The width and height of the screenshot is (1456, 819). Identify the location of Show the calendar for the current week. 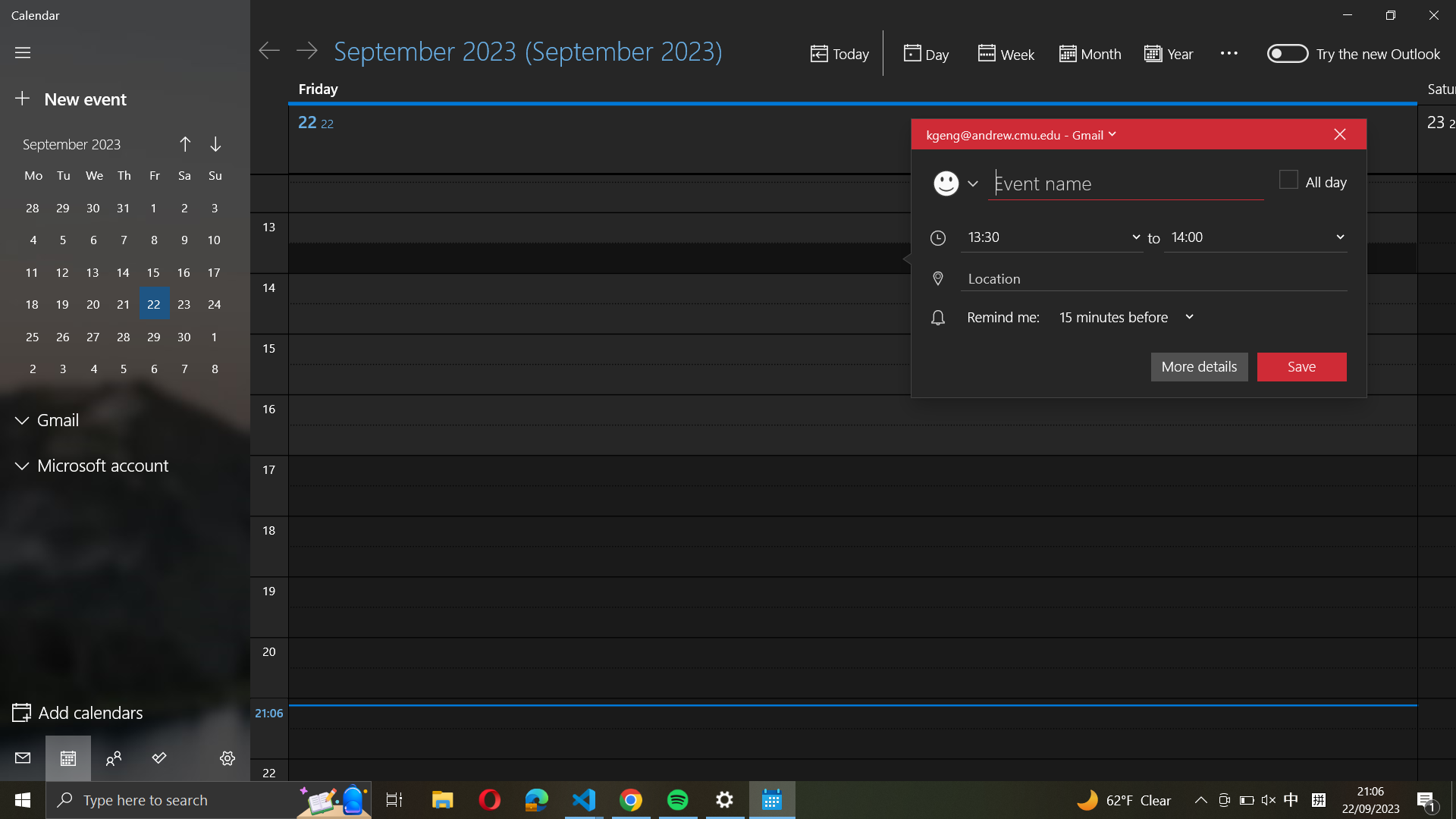
(1004, 53).